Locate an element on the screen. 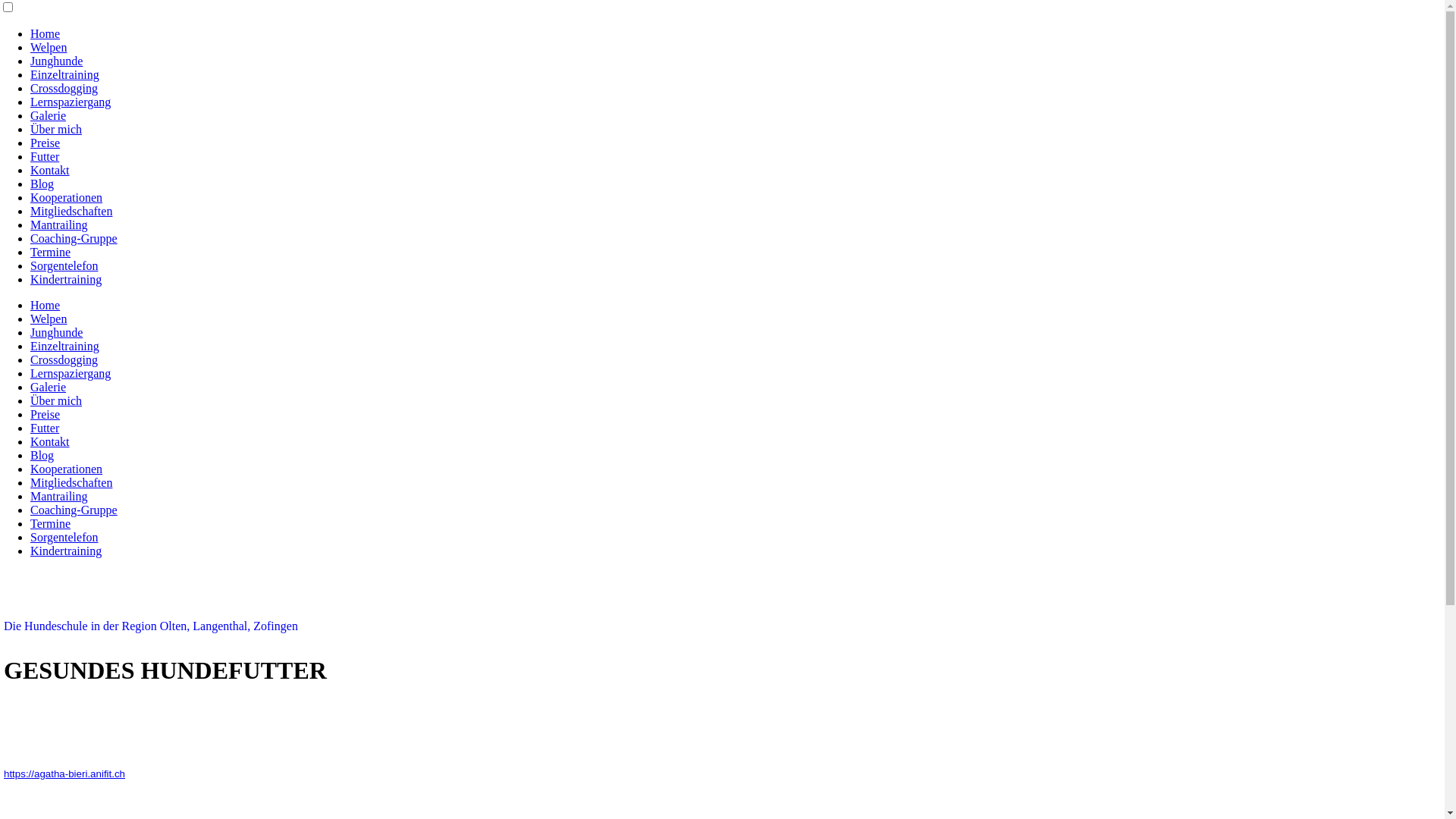 The width and height of the screenshot is (1456, 819). 'Termine' is located at coordinates (50, 522).